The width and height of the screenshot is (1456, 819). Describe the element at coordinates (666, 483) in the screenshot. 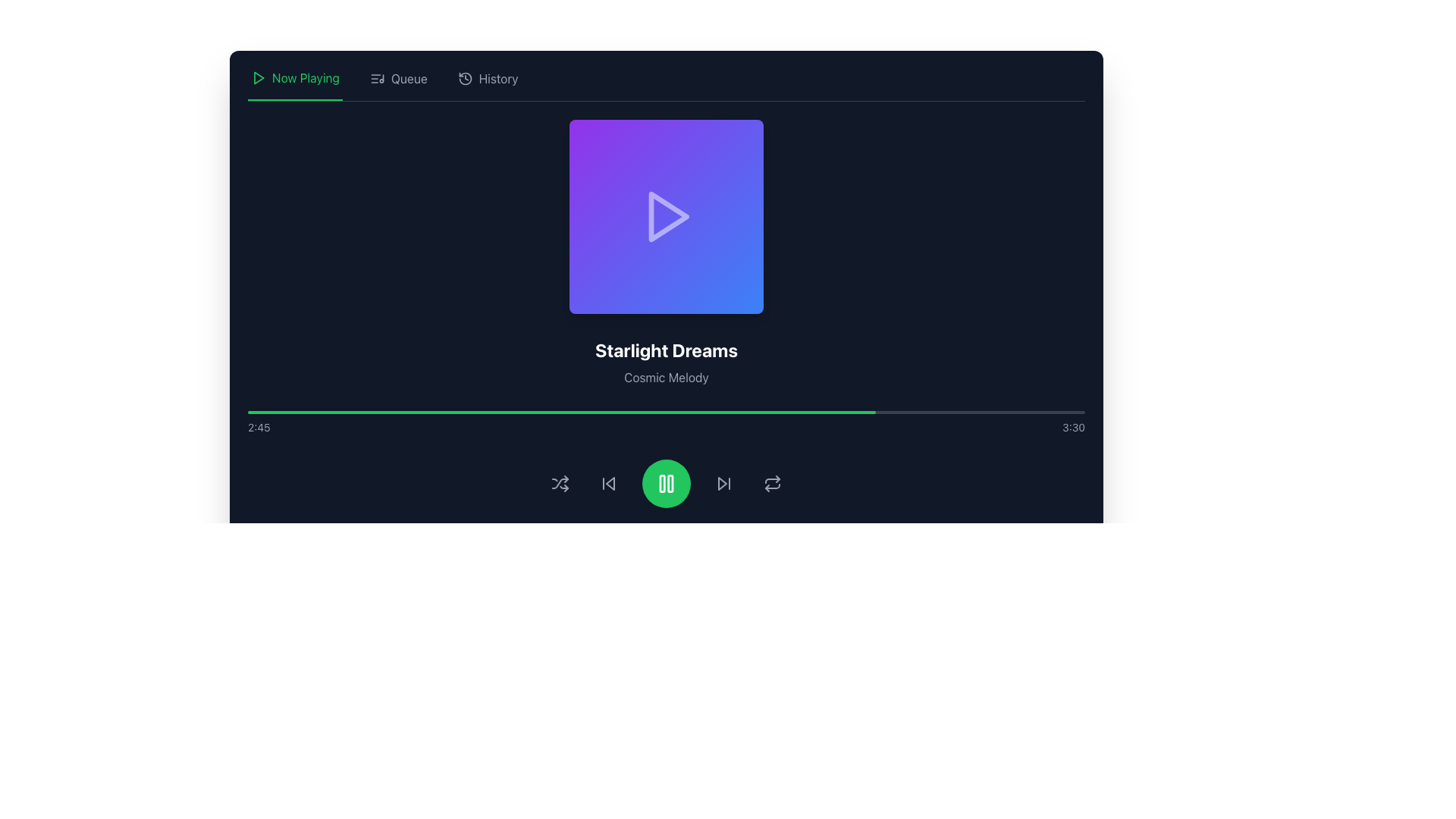

I see `the pause button located between the 'previous' and 'next' track buttons` at that location.